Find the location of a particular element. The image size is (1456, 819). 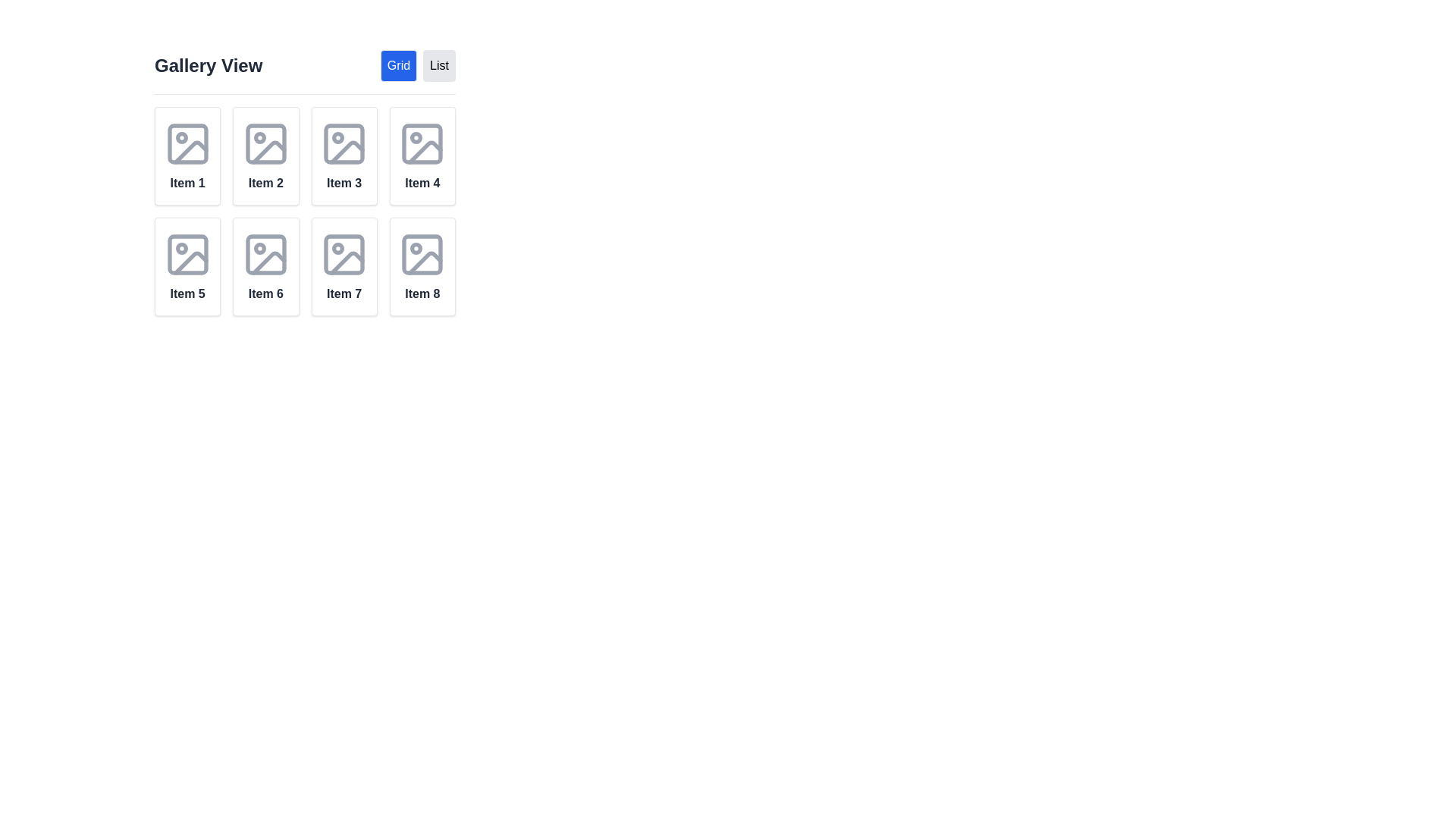

the icon that signifies an image or placeholder for an image, located in the top-center of the card labeled 'Item 2' in the 'Gallery View' grid layout is located at coordinates (265, 143).